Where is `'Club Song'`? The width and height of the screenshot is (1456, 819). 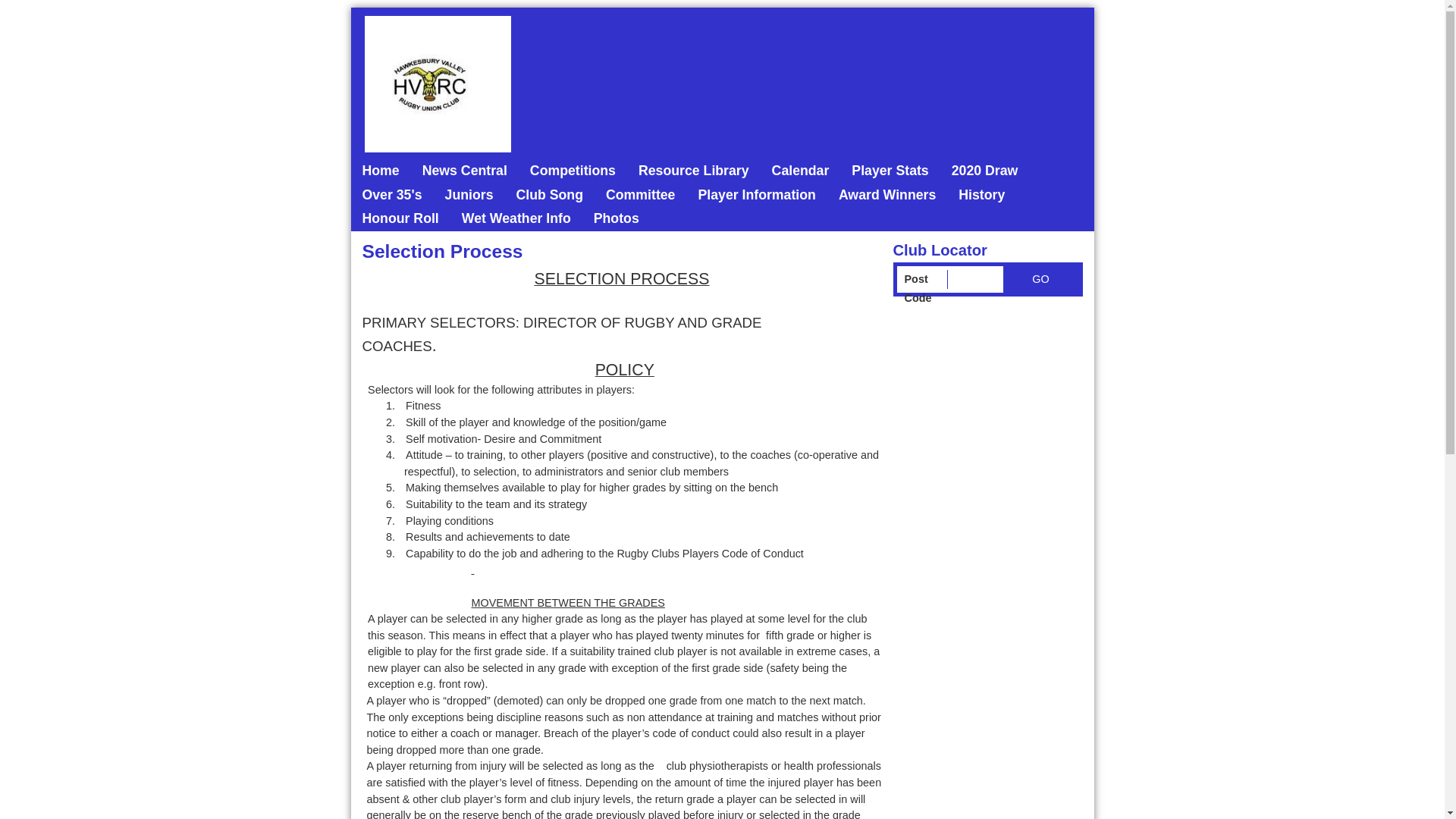 'Club Song' is located at coordinates (548, 195).